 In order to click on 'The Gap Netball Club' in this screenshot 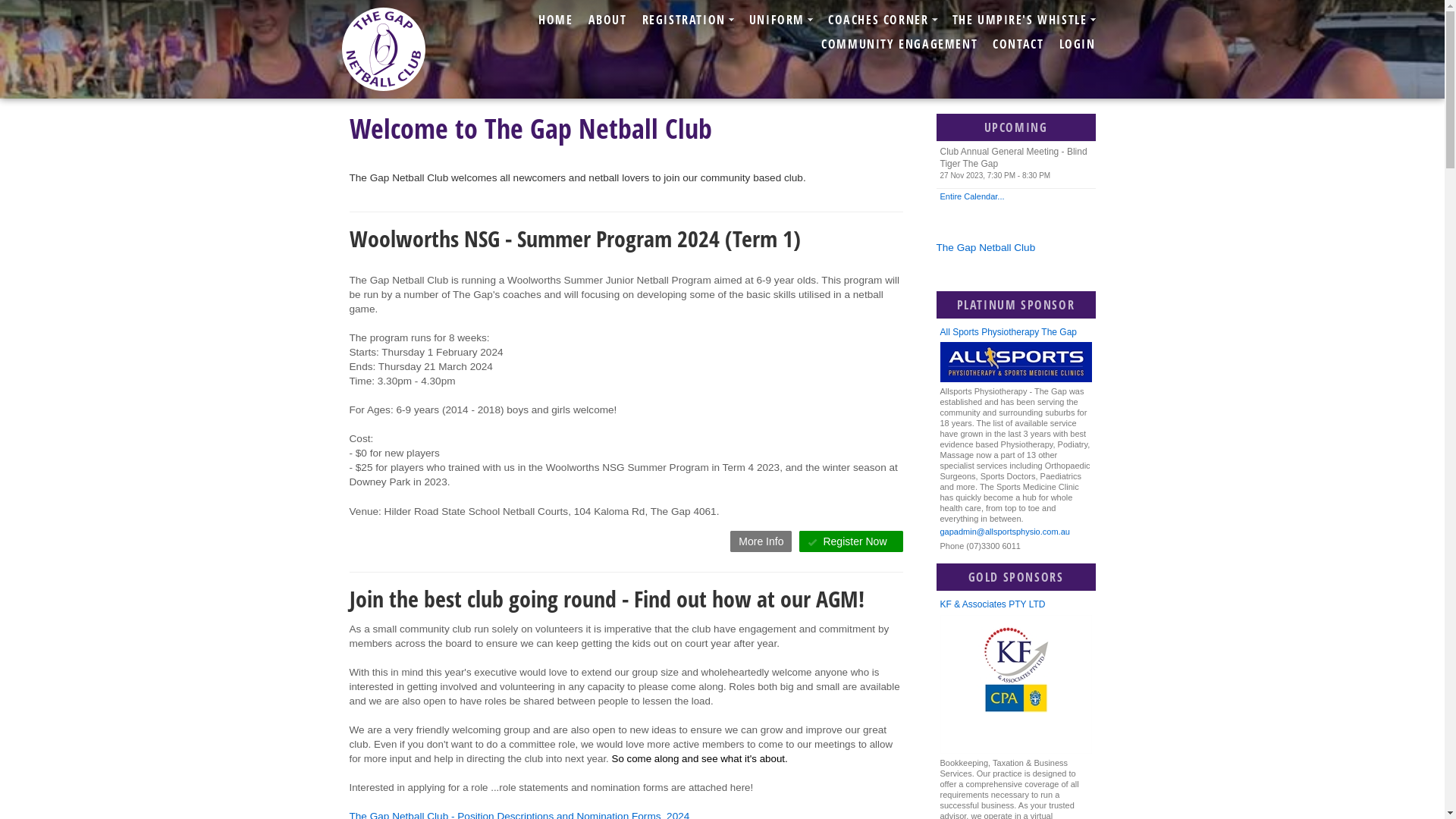, I will do `click(985, 246)`.